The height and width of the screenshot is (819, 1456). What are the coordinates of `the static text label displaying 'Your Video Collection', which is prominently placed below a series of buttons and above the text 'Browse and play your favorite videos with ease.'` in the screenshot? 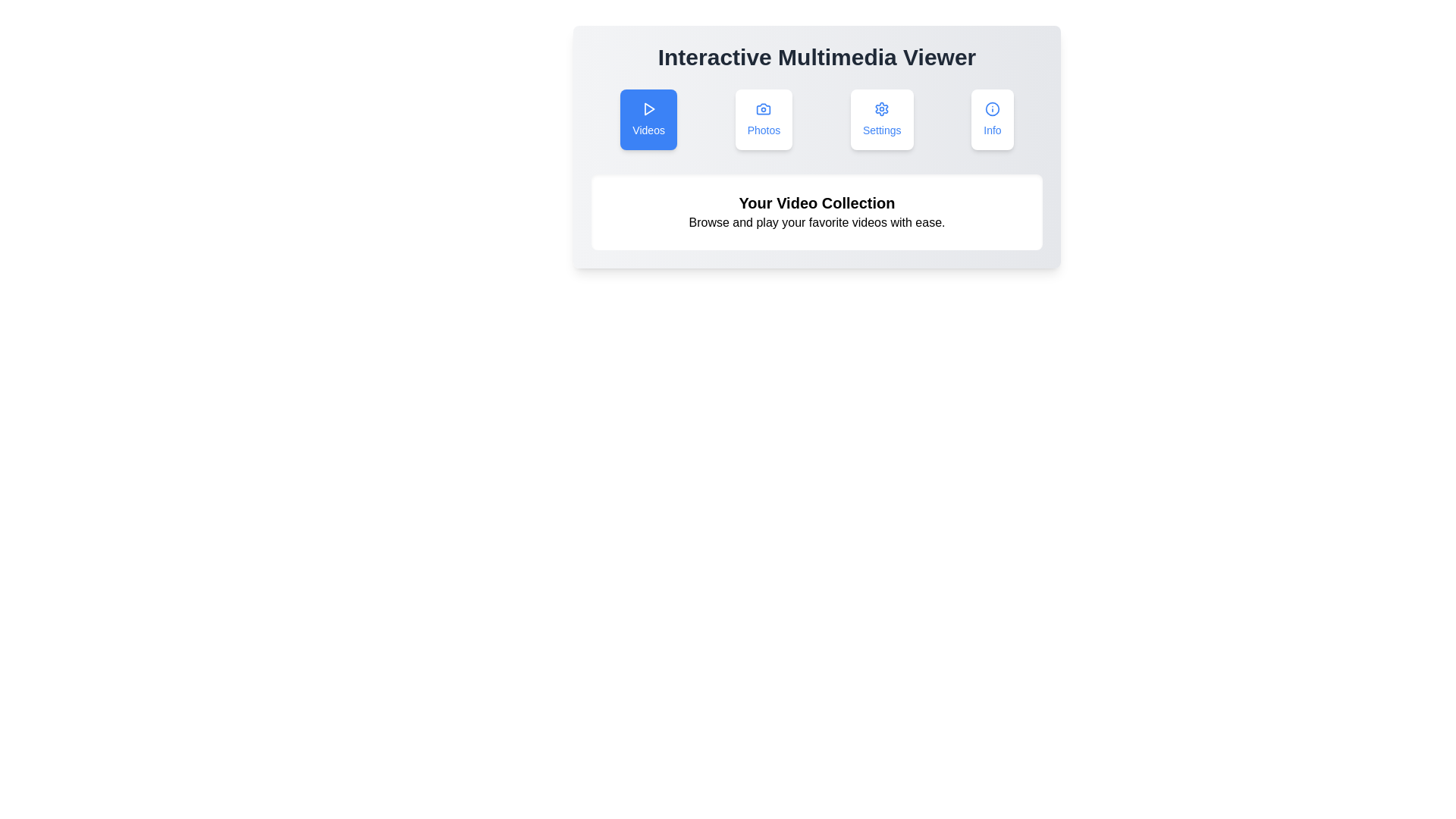 It's located at (816, 202).